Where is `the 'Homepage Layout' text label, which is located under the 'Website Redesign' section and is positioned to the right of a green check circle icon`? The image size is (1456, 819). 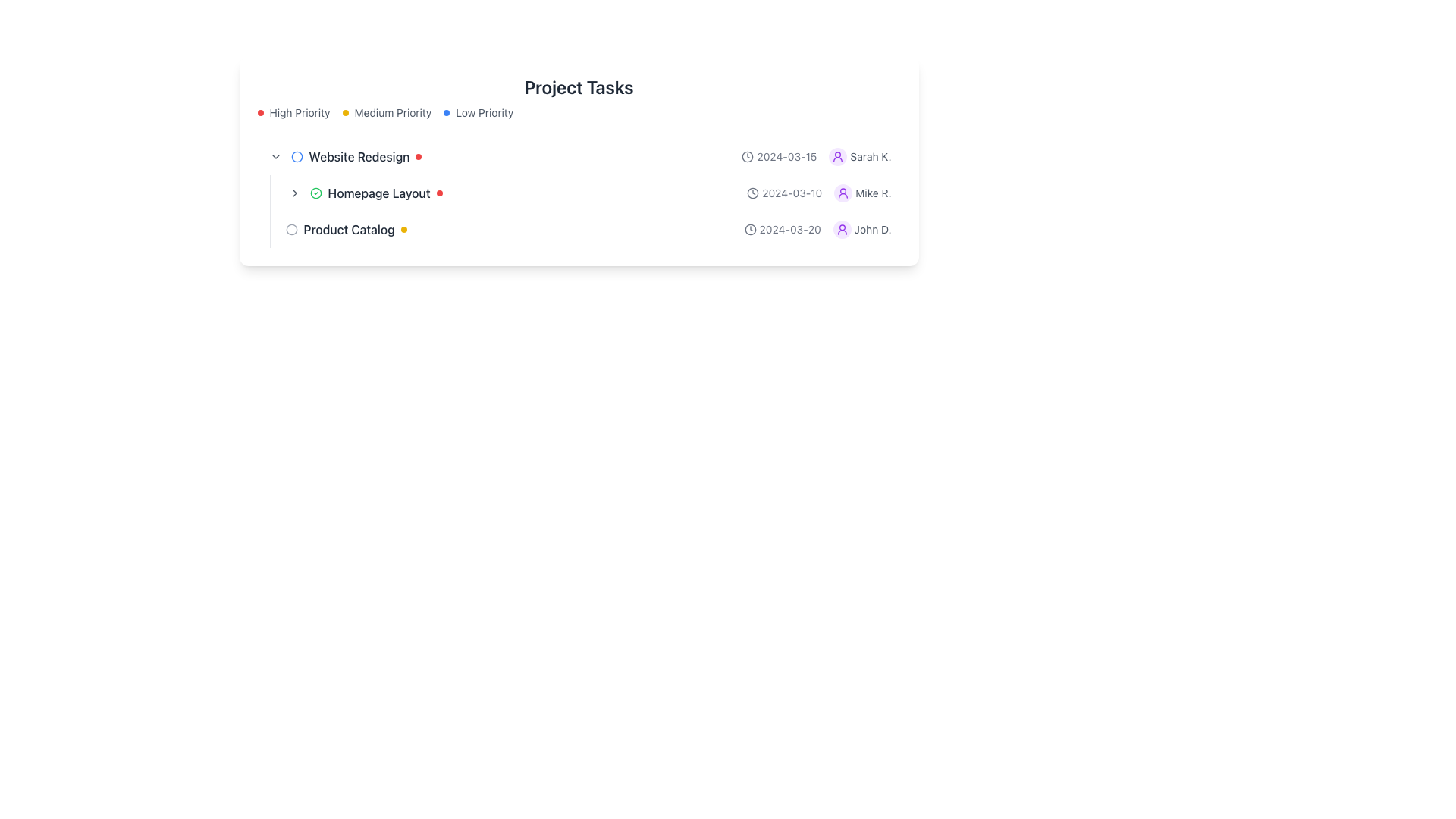 the 'Homepage Layout' text label, which is located under the 'Website Redesign' section and is positioned to the right of a green check circle icon is located at coordinates (378, 192).